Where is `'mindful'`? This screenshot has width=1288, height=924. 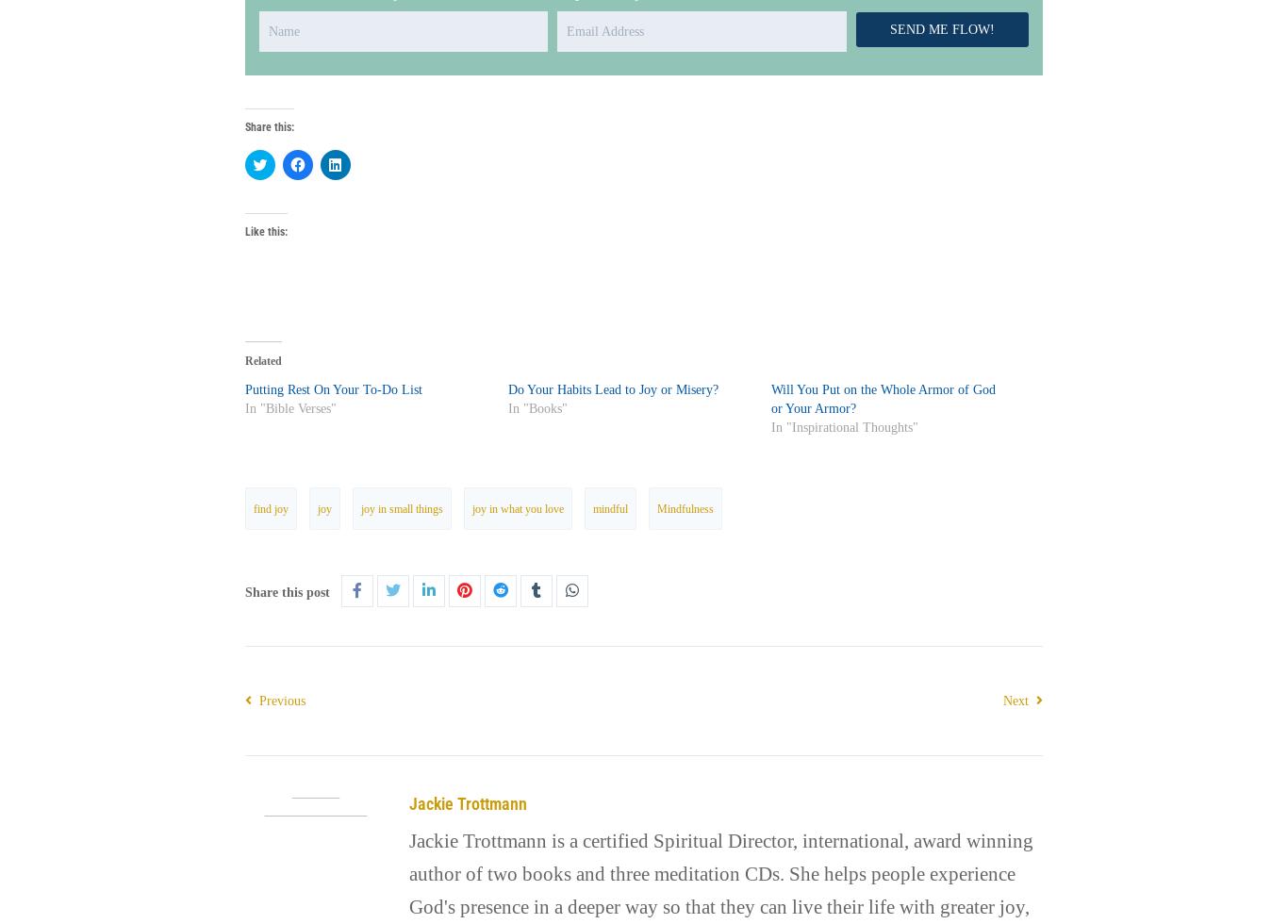 'mindful' is located at coordinates (608, 507).